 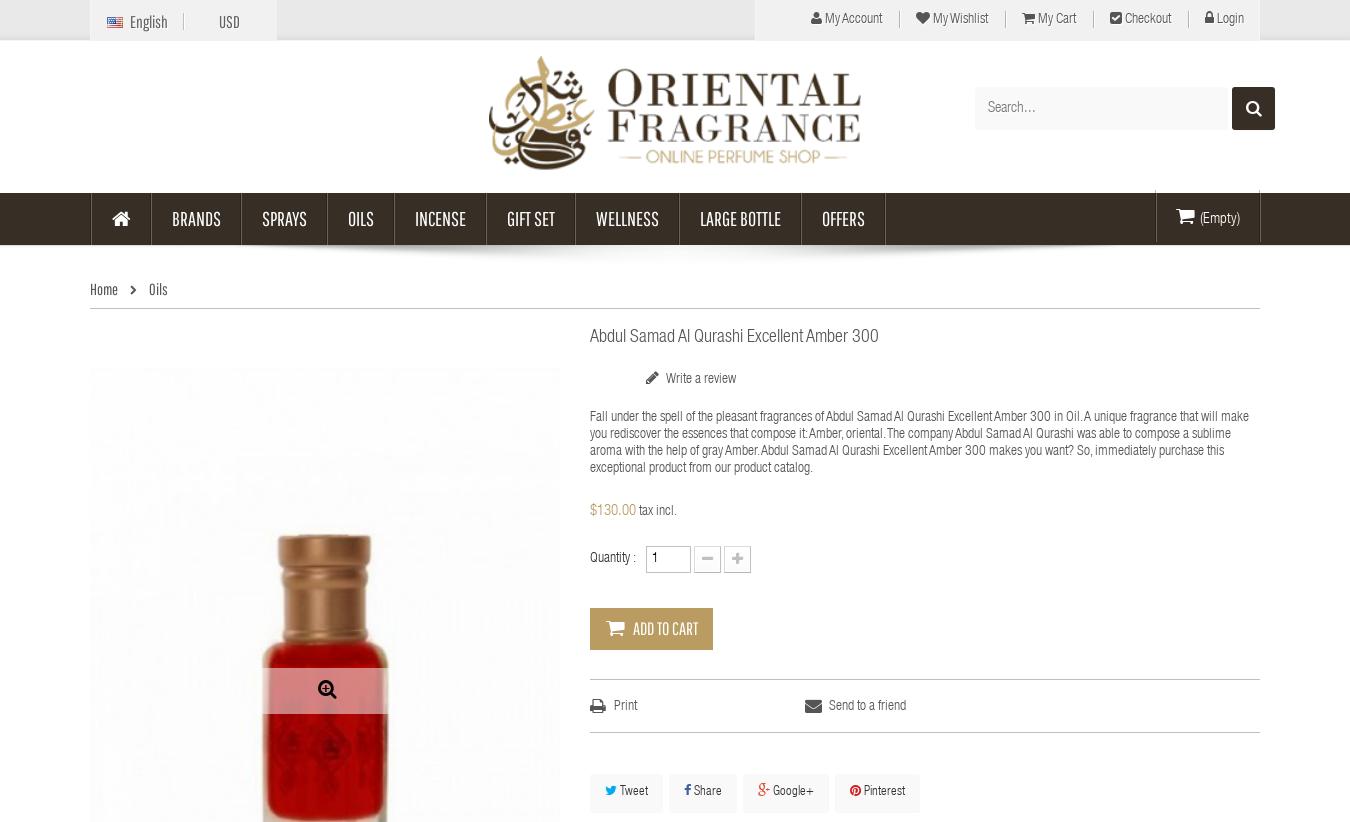 What do you see at coordinates (705, 792) in the screenshot?
I see `'Share'` at bounding box center [705, 792].